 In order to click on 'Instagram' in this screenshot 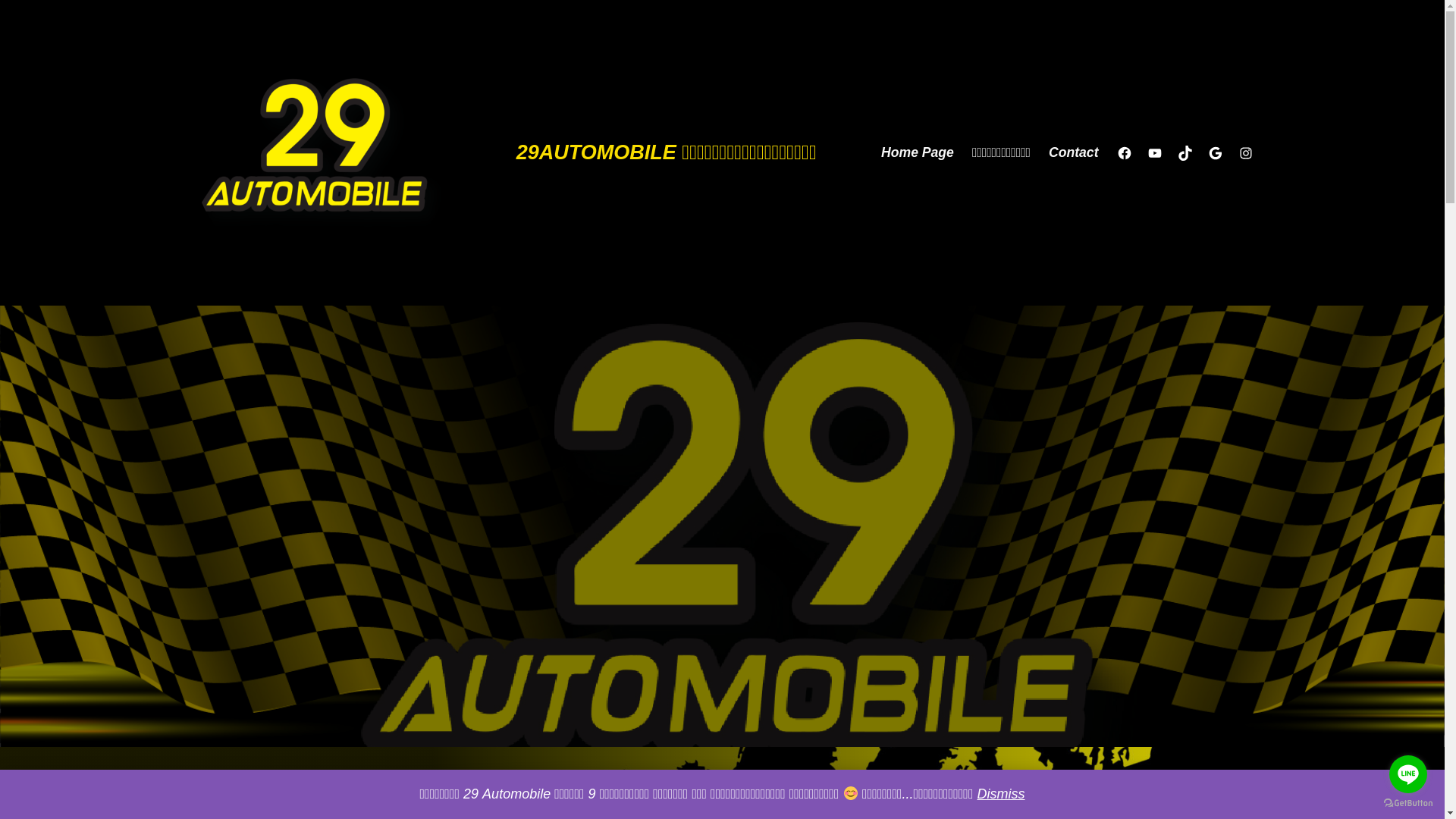, I will do `click(1244, 152)`.